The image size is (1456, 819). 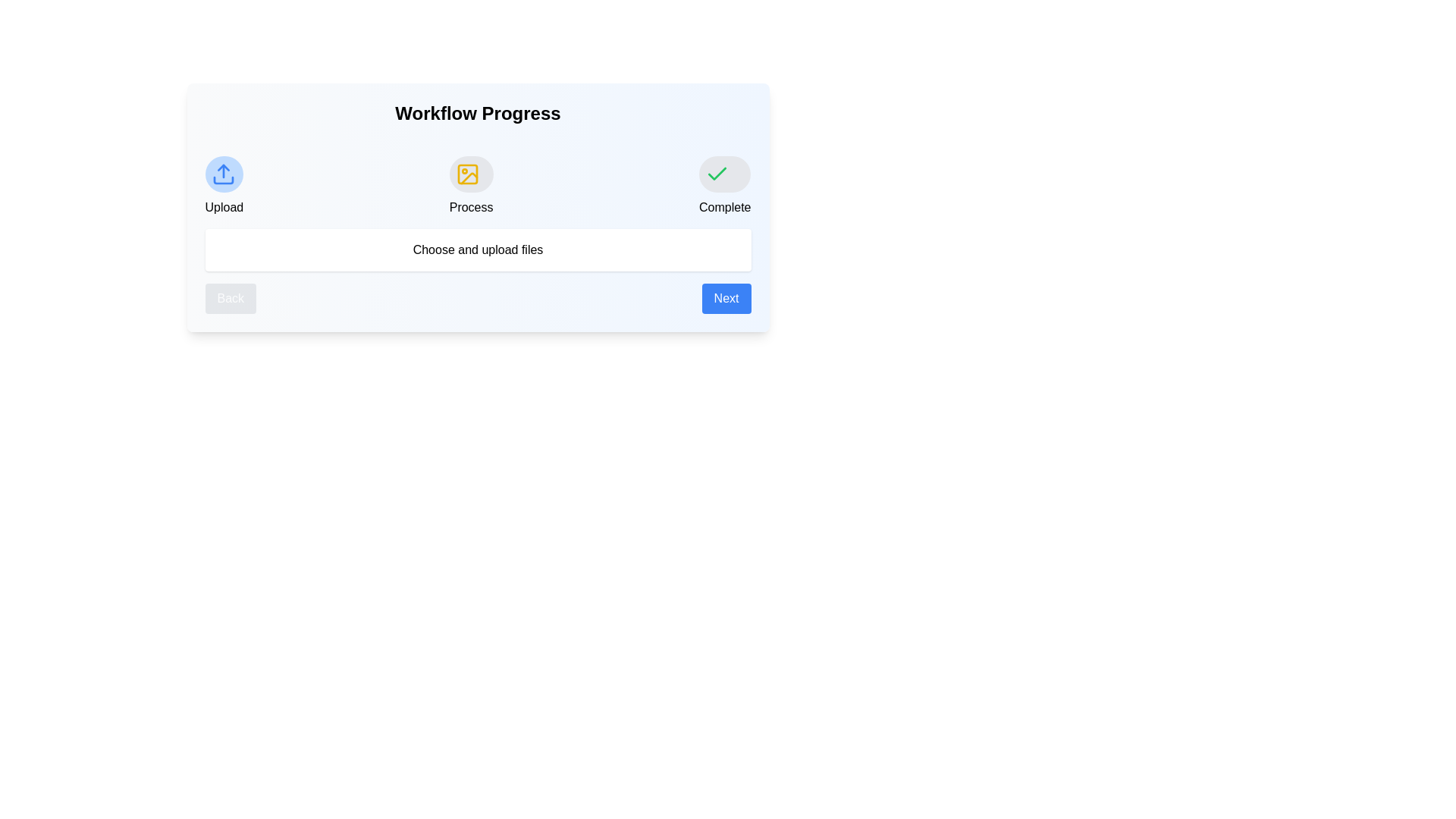 What do you see at coordinates (222, 174) in the screenshot?
I see `the 'Upload' stage icon to display its description` at bounding box center [222, 174].